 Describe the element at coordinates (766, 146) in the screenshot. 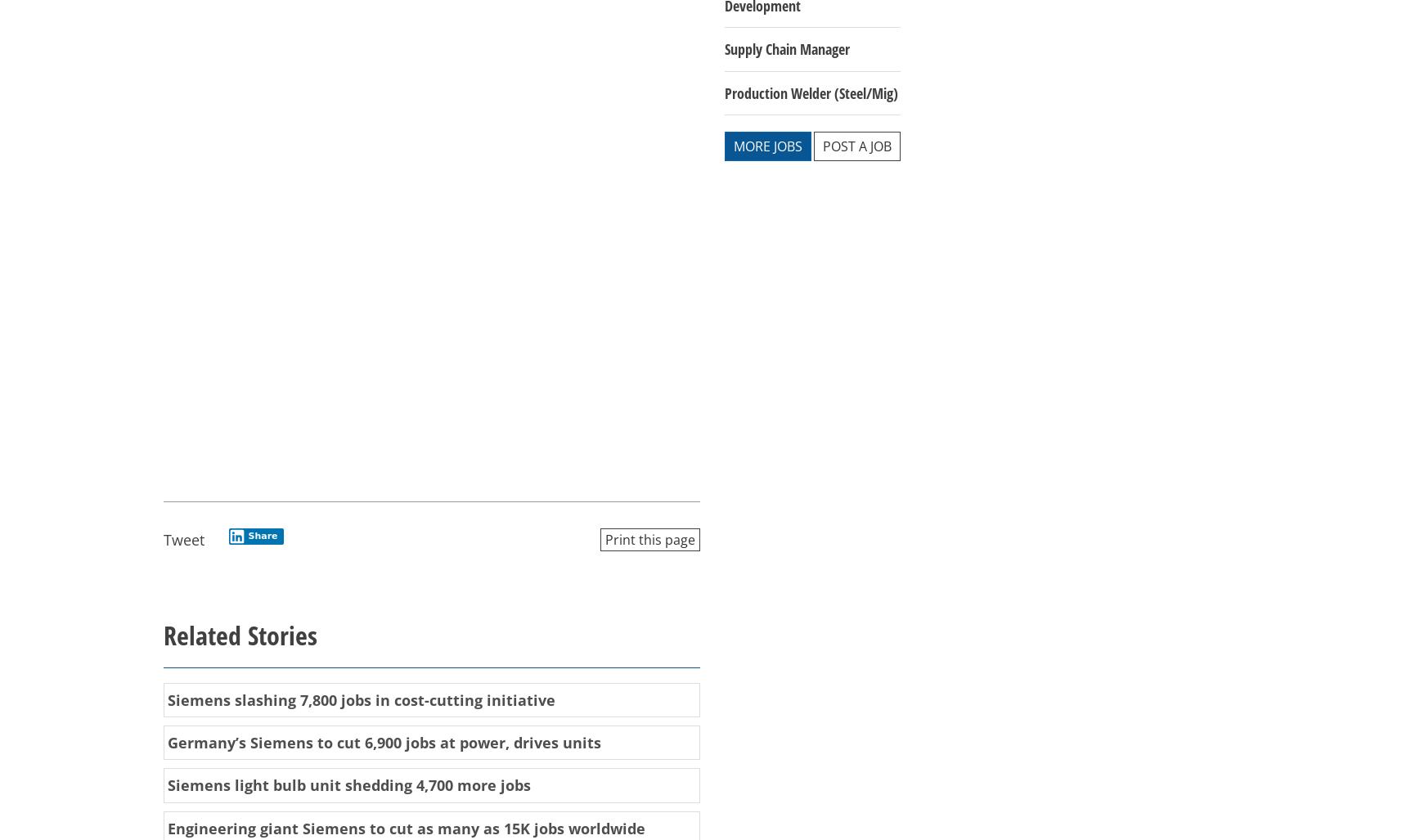

I see `'MORE JOBS'` at that location.